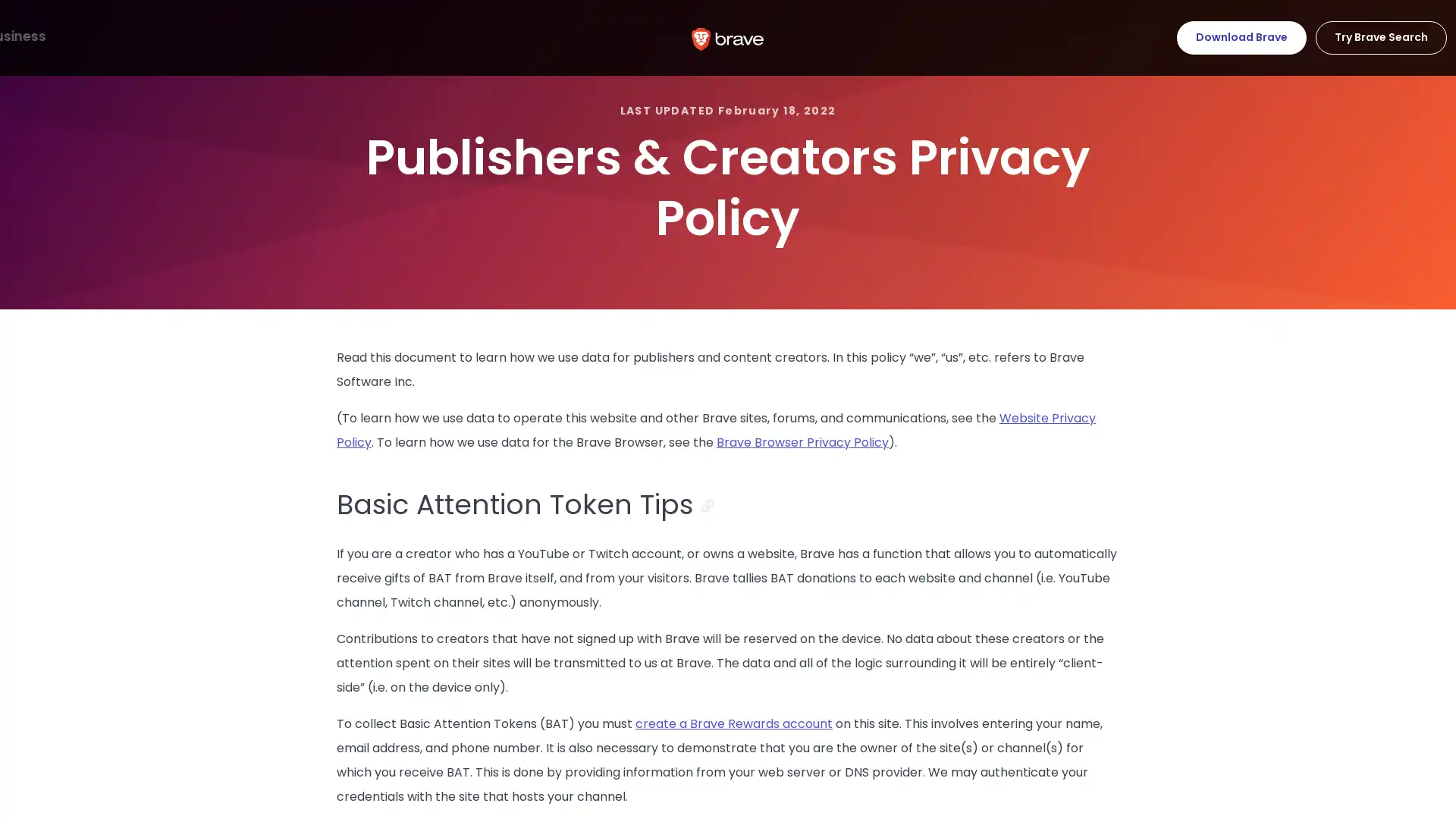  Describe the element at coordinates (45, 36) in the screenshot. I see `Browser` at that location.